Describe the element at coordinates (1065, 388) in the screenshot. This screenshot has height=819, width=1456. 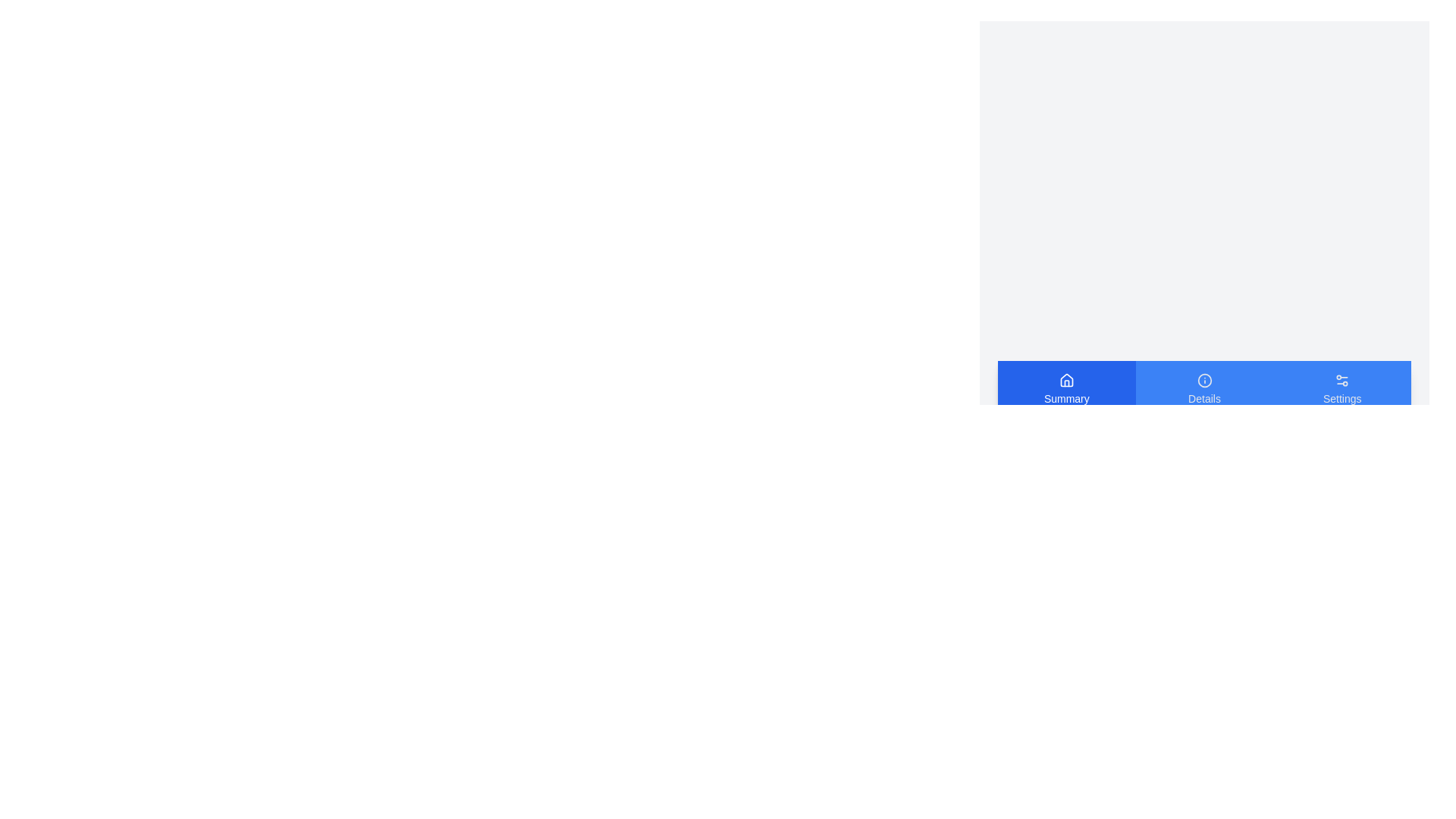
I see `the Summary tab` at that location.